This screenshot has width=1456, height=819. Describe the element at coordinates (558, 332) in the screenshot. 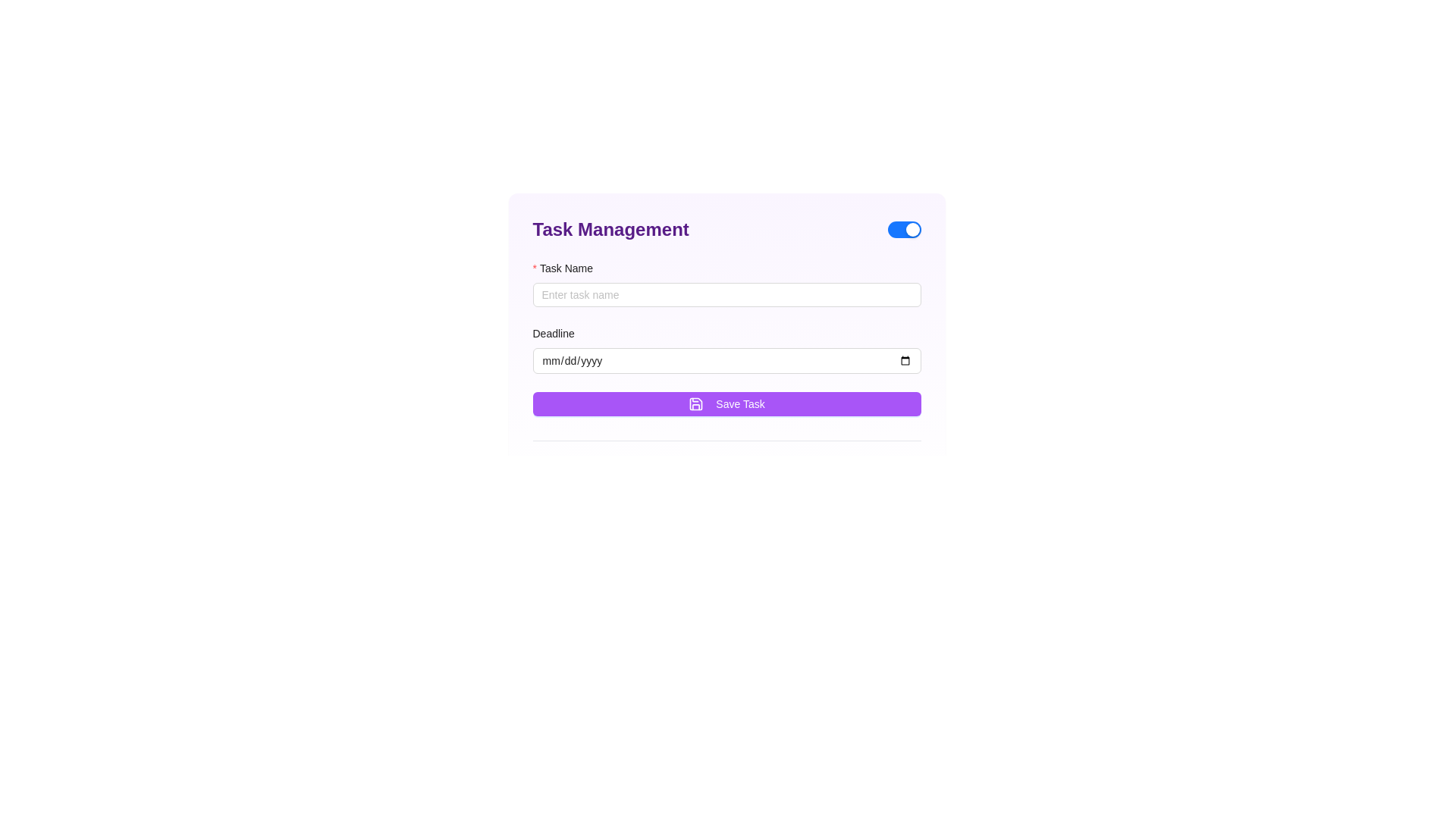

I see `the 'Deadline' label, which is positioned above the date input field and aligned left within the form` at that location.